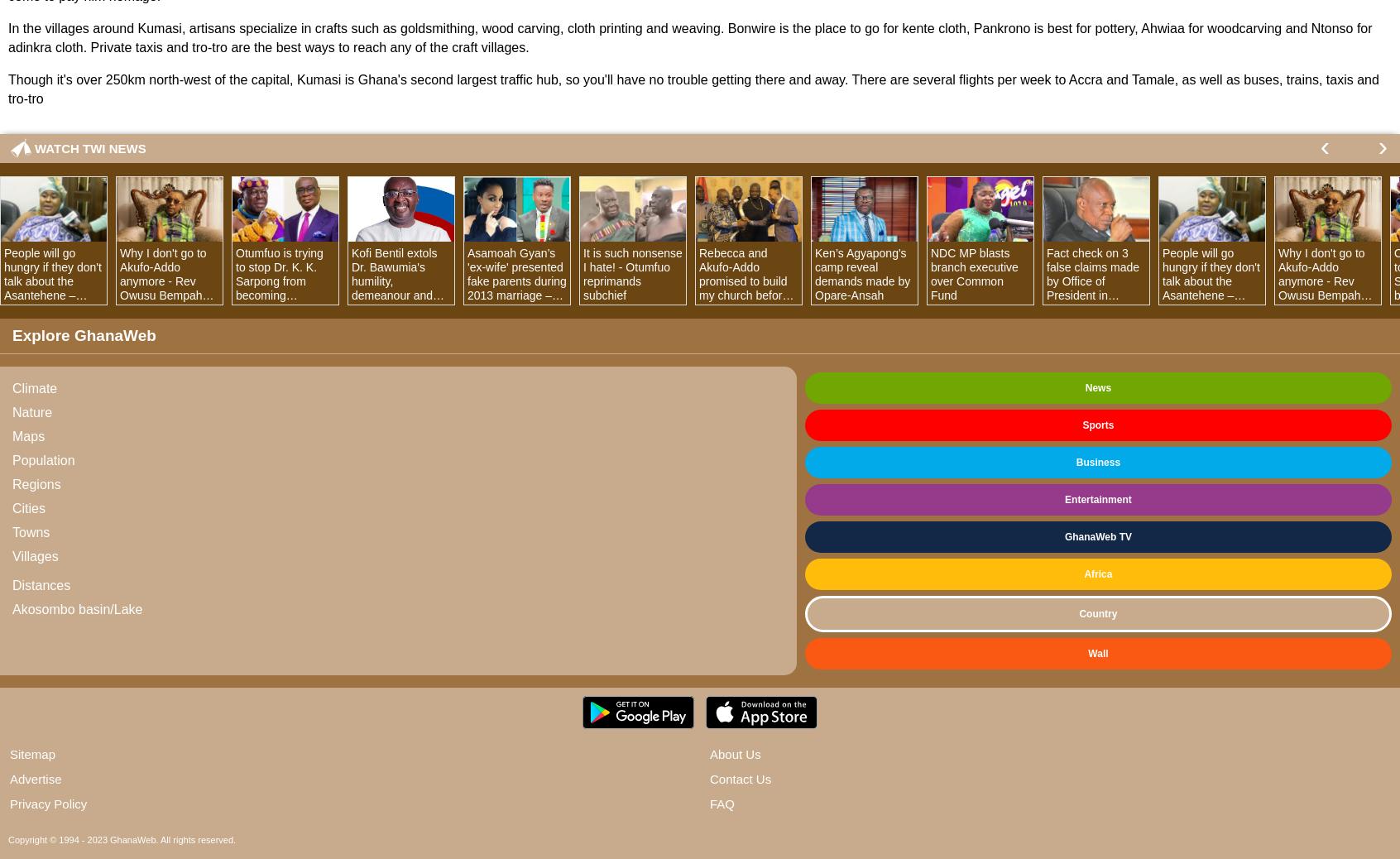 The image size is (1400, 859). I want to click on 'Maps', so click(27, 435).